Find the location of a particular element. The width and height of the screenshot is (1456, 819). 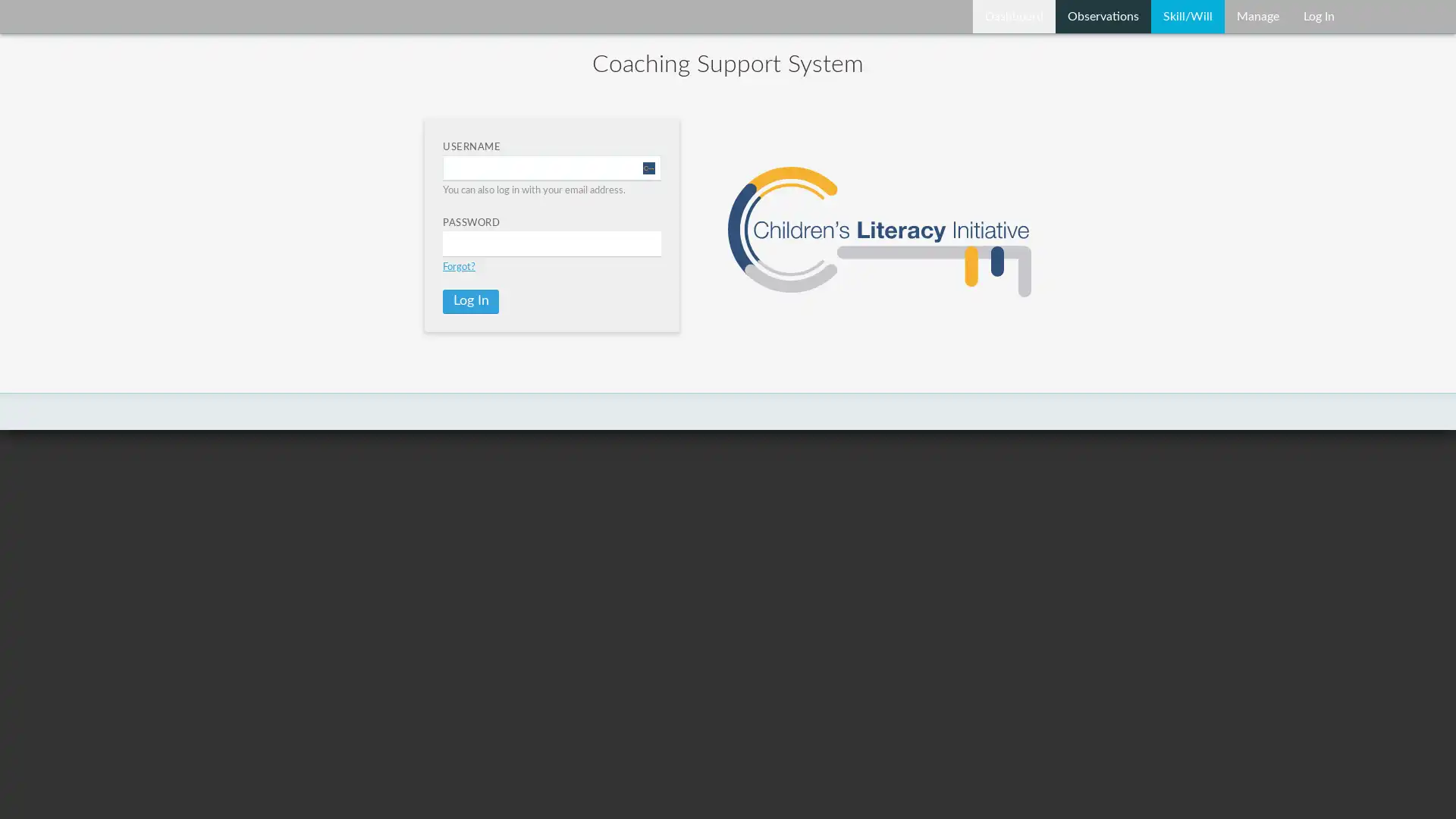

Log In is located at coordinates (469, 301).